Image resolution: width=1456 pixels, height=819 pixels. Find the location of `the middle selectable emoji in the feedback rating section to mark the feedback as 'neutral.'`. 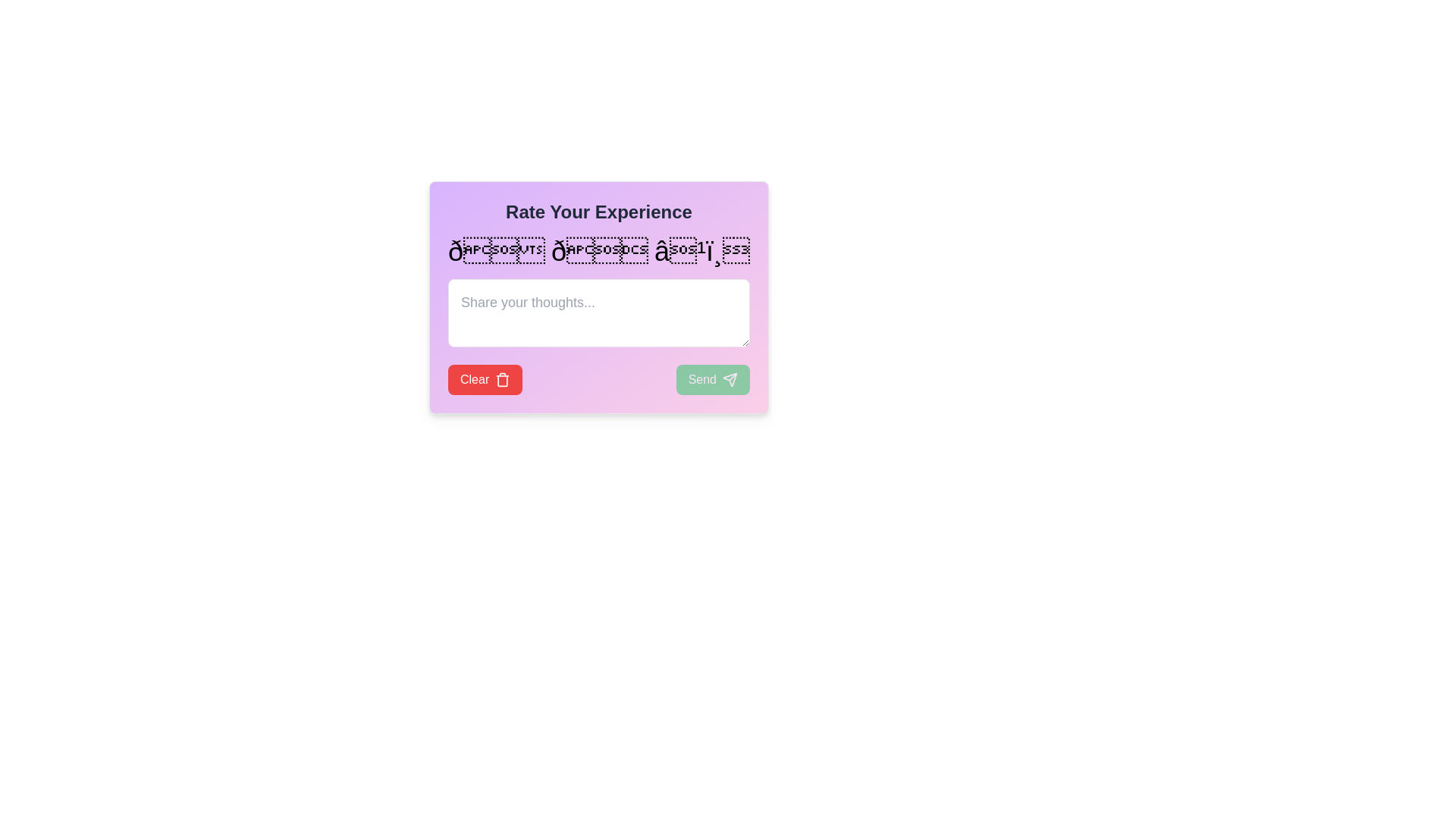

the middle selectable emoji in the feedback rating section to mark the feedback as 'neutral.' is located at coordinates (599, 250).